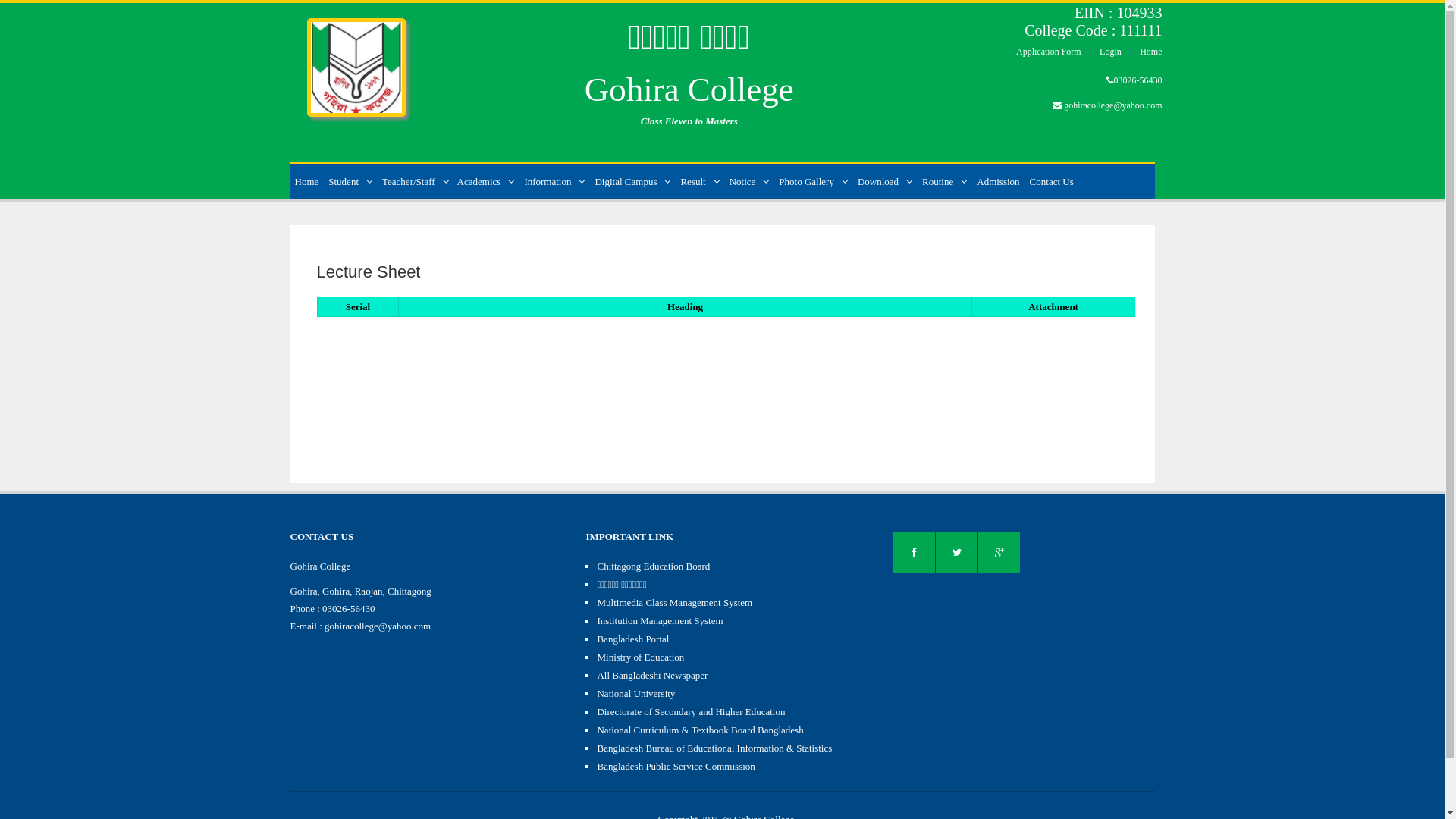  What do you see at coordinates (812, 180) in the screenshot?
I see `'Photo Gallery'` at bounding box center [812, 180].